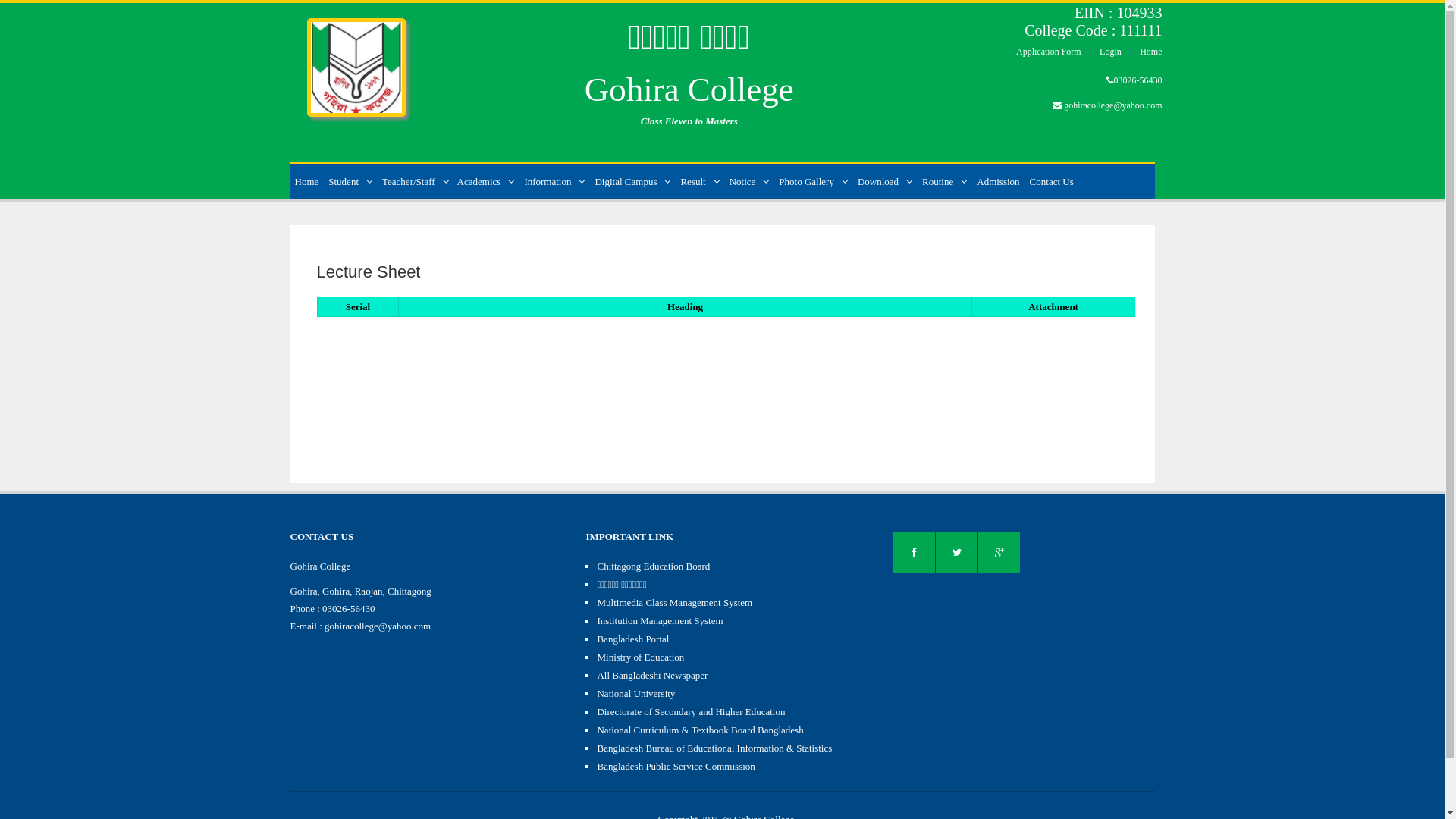  What do you see at coordinates (812, 180) in the screenshot?
I see `'Photo Gallery'` at bounding box center [812, 180].